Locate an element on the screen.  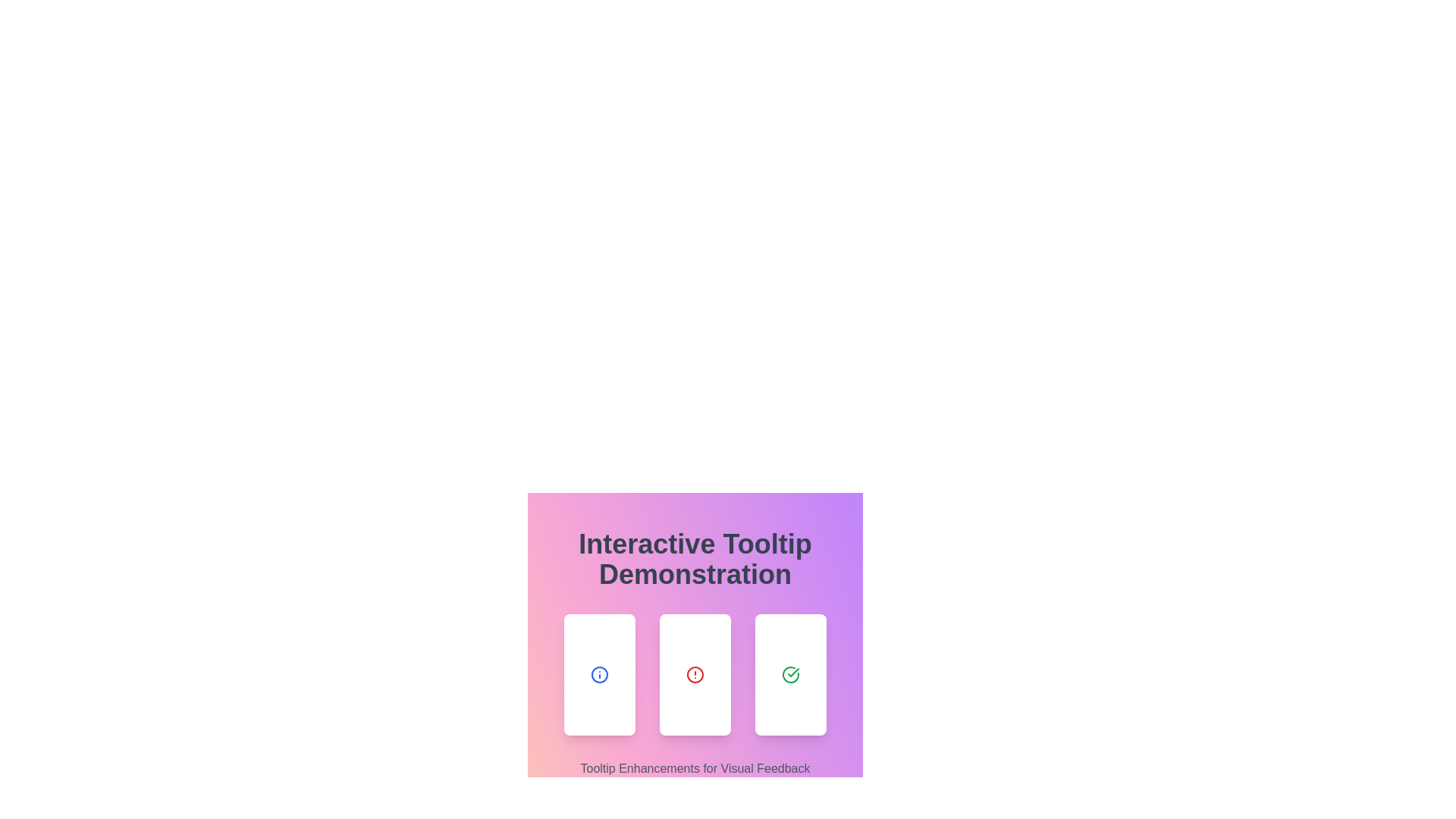
prominent heading text 'Interactive Tooltip Demonstration' to understand the context of the interface is located at coordinates (694, 559).